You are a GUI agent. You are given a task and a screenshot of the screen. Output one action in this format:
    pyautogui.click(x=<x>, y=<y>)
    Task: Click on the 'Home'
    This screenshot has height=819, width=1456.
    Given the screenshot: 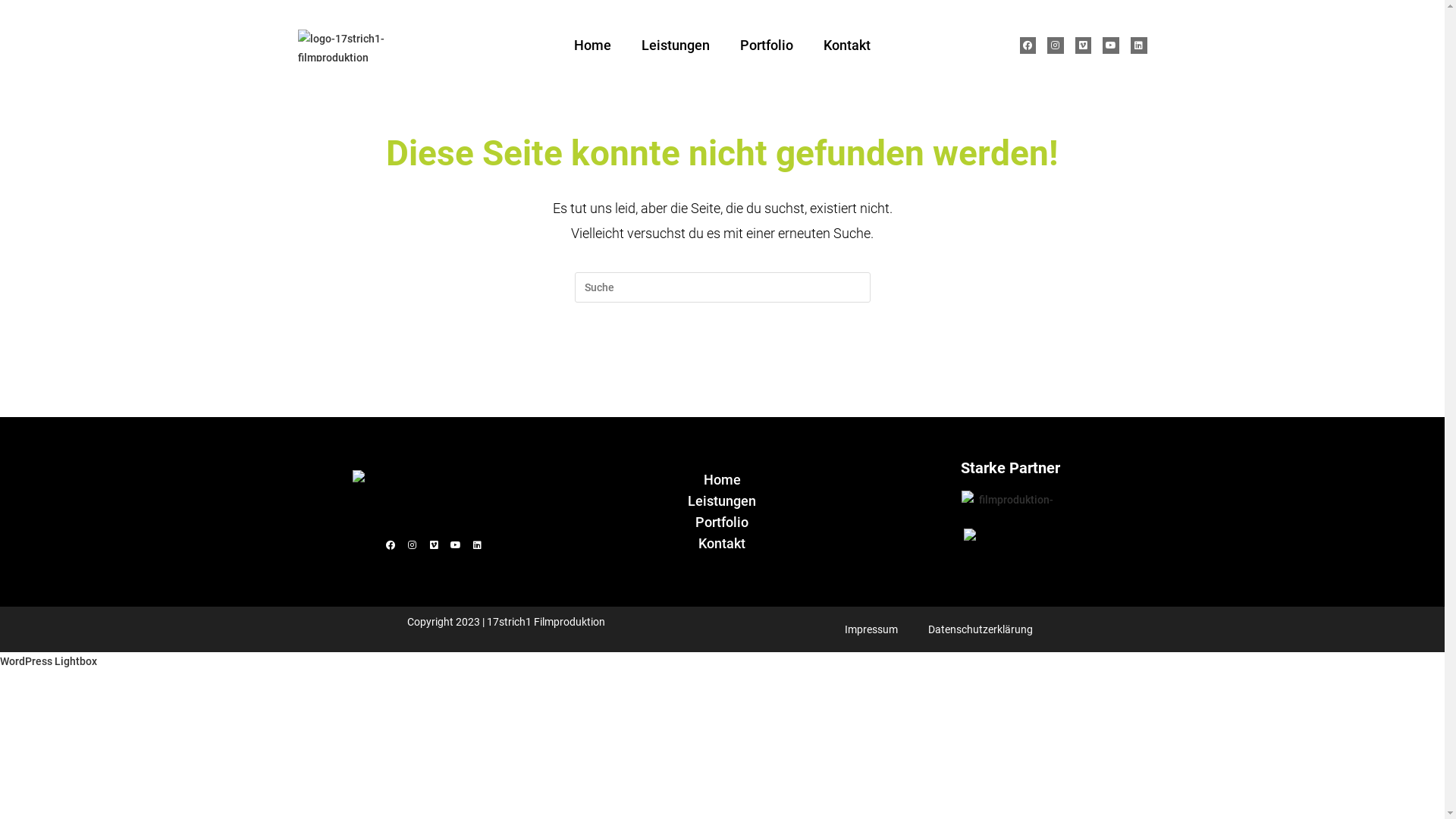 What is the action you would take?
    pyautogui.click(x=591, y=45)
    